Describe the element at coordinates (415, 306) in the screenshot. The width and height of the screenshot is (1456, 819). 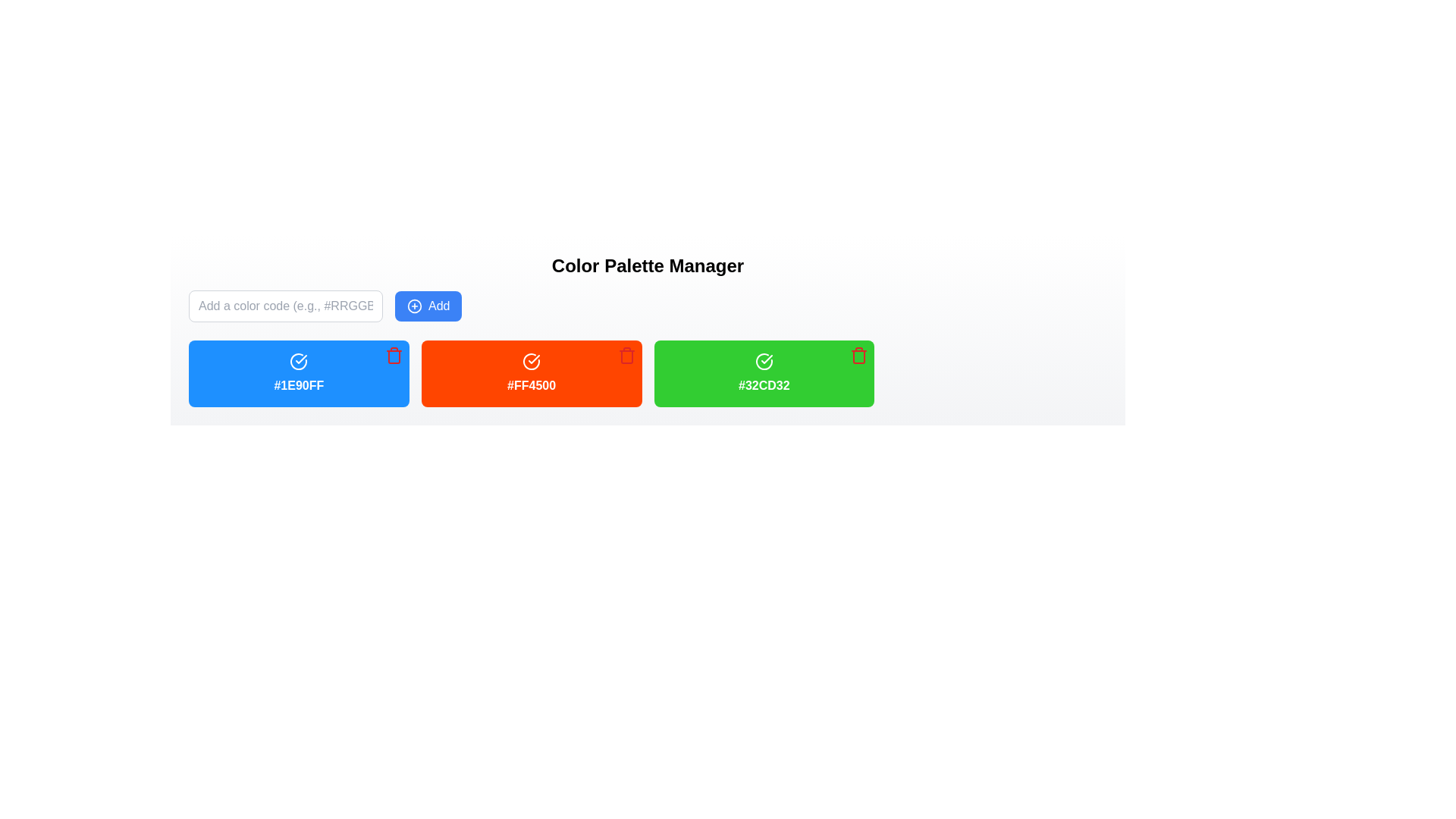
I see `the circular icon with a '+' symbol in the center, which has a blue background and white outline, located to the left of the 'Add' text label in the button` at that location.